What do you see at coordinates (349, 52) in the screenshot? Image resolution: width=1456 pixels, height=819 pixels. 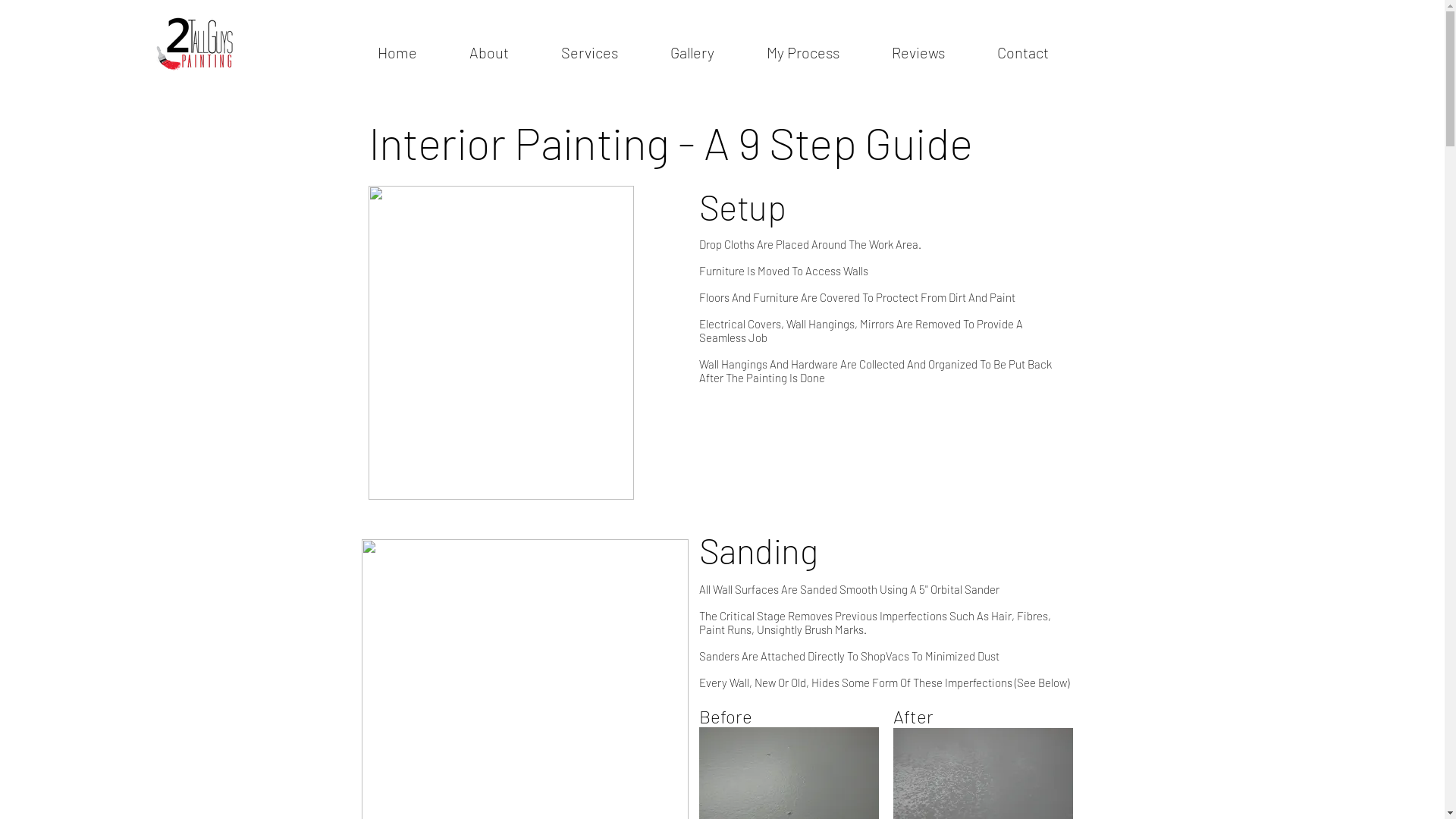 I see `'Home'` at bounding box center [349, 52].